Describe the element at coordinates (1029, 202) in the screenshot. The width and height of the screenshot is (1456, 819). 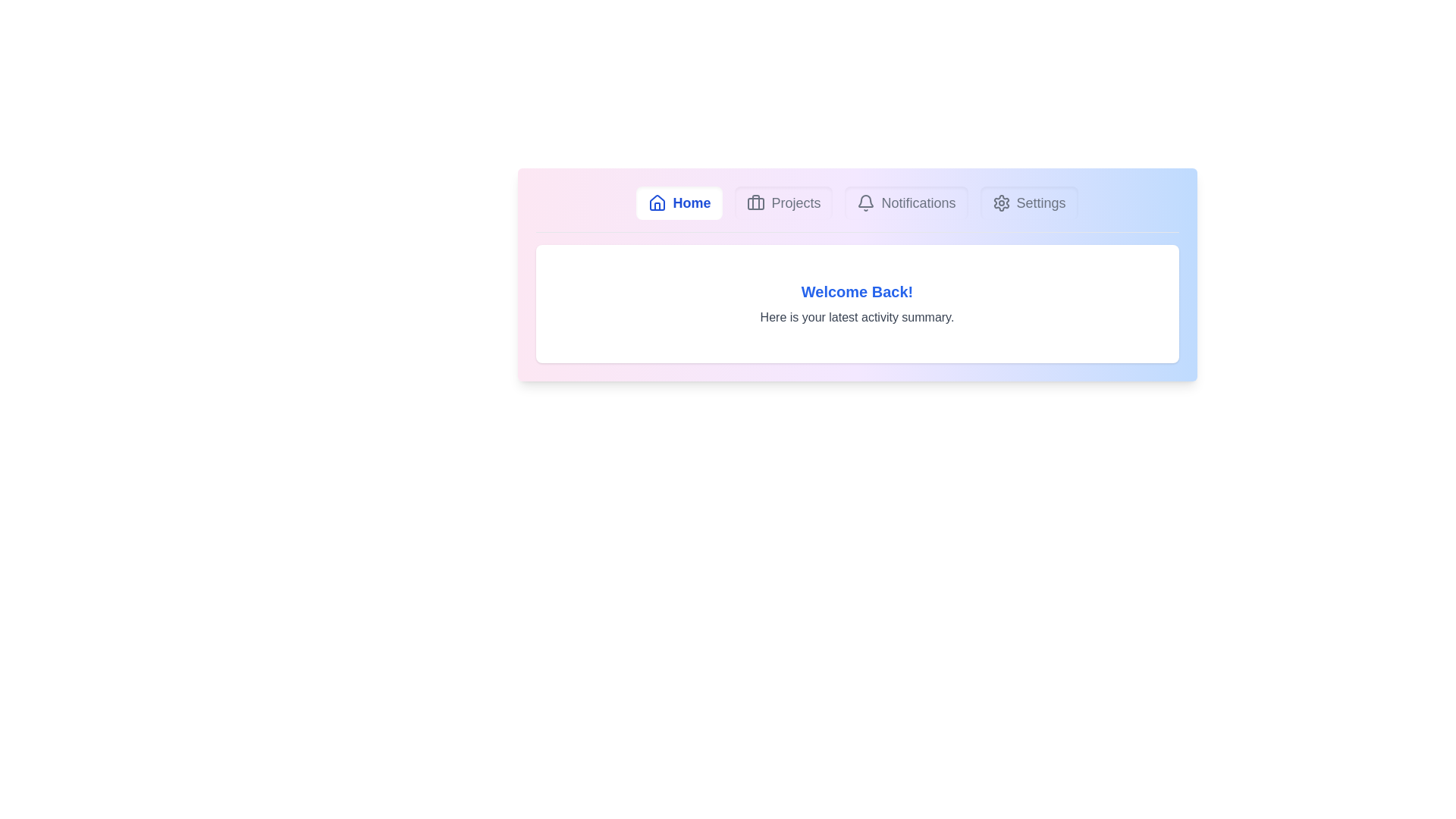
I see `the Settings tab to switch to its content` at that location.